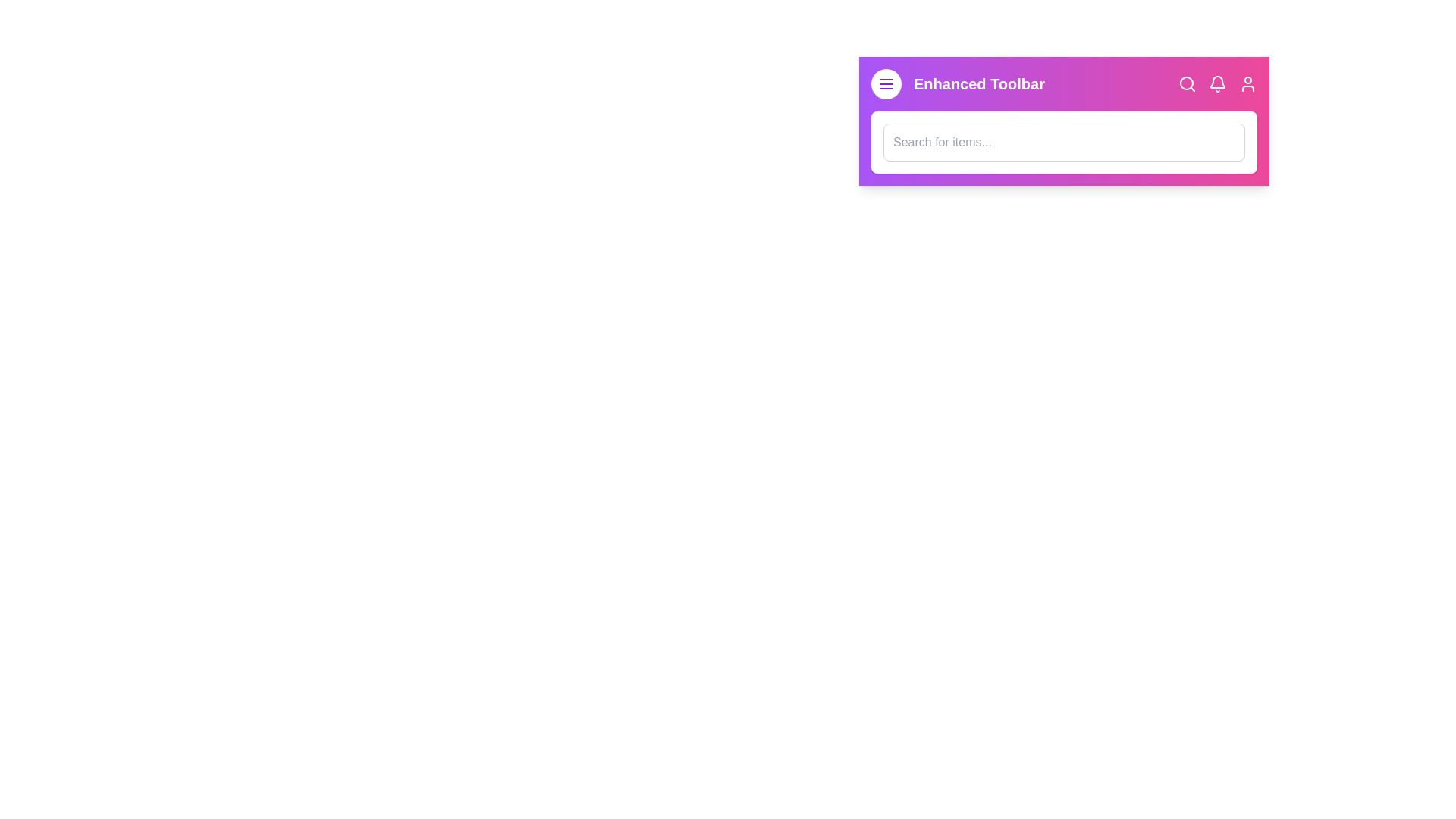 The height and width of the screenshot is (819, 1456). Describe the element at coordinates (886, 84) in the screenshot. I see `menu button to open the navigation options` at that location.